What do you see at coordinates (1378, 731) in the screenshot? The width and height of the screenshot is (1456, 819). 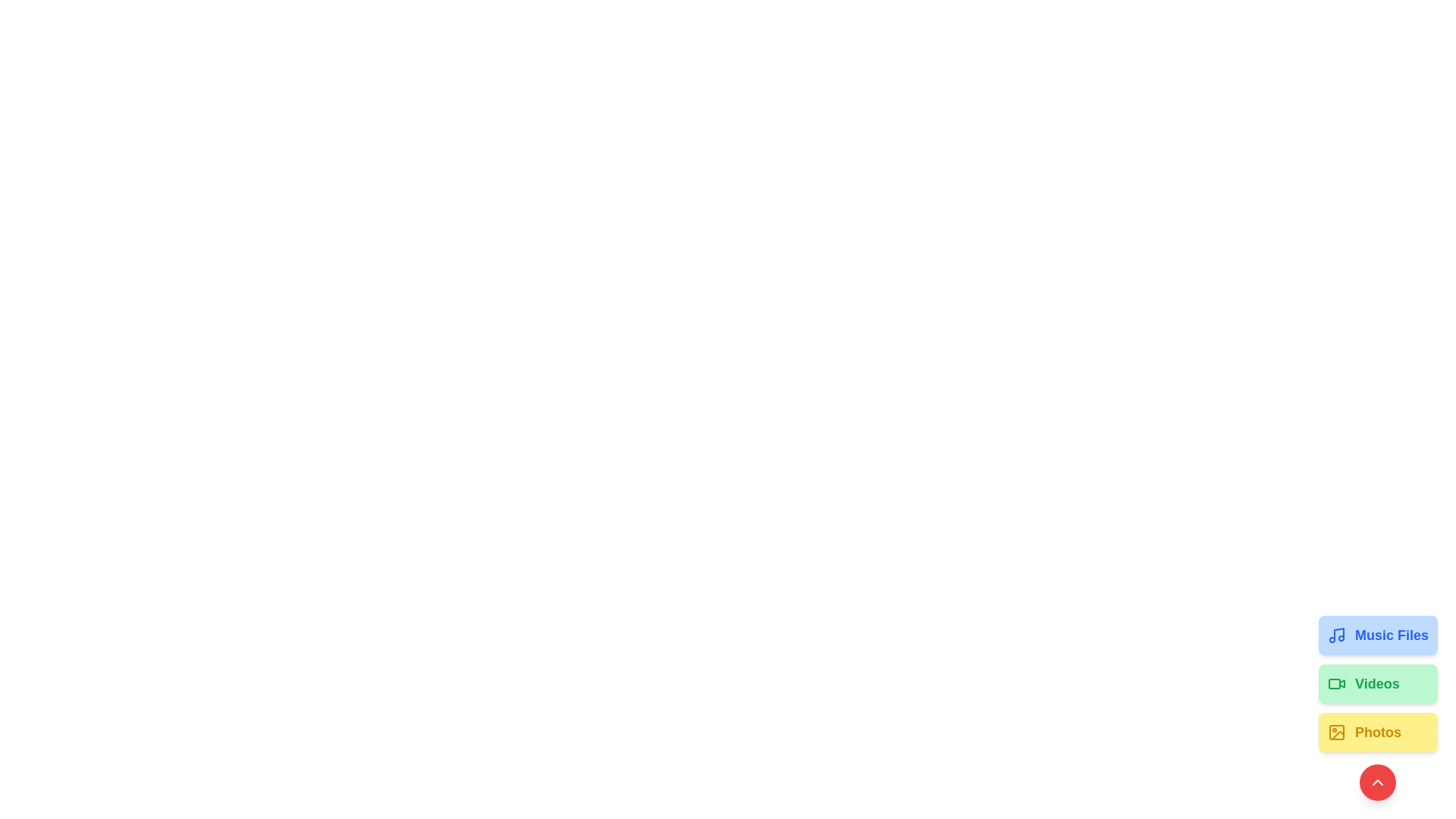 I see `the 'Photos' button` at bounding box center [1378, 731].